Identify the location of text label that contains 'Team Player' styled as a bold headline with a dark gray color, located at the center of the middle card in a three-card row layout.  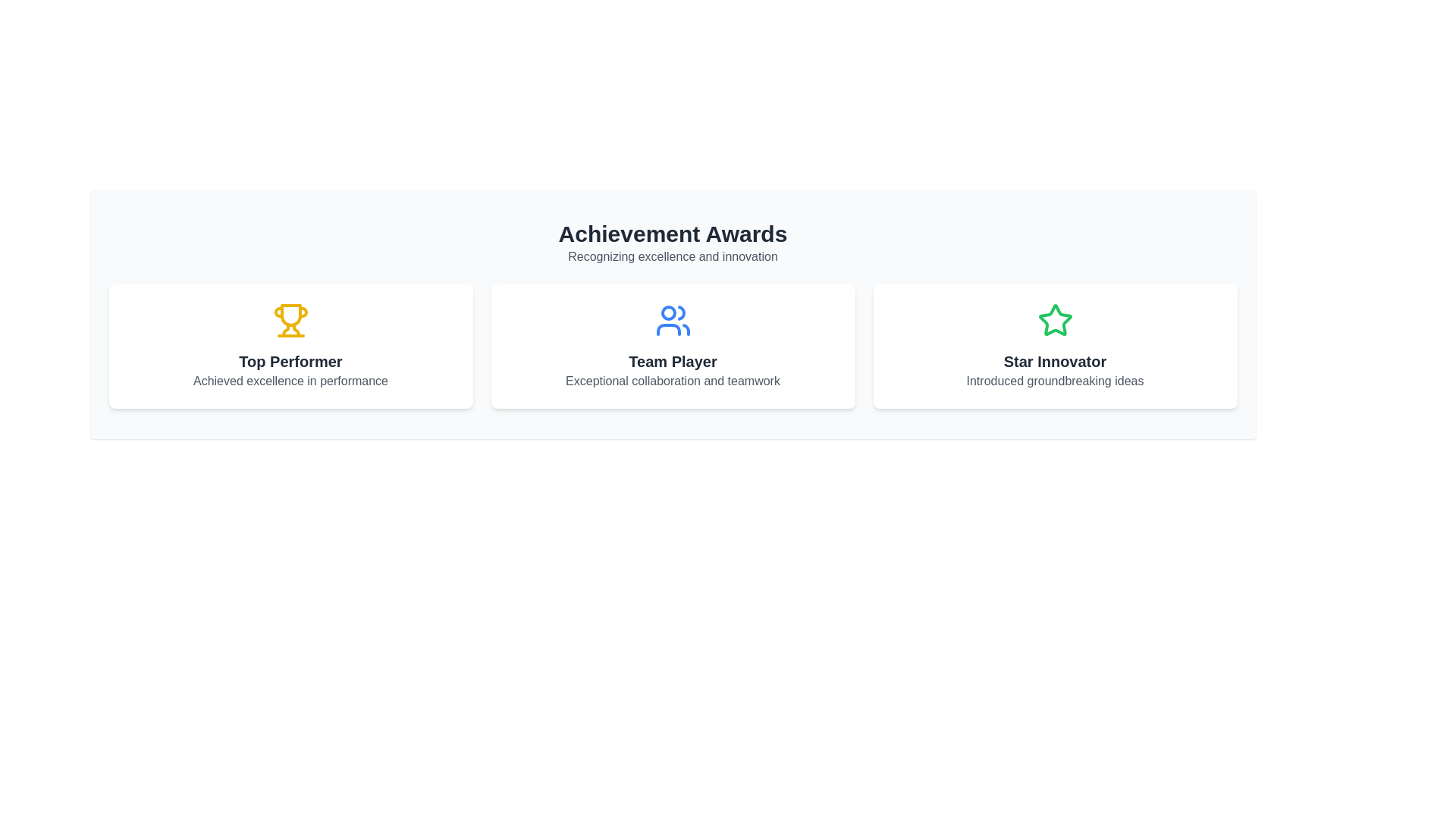
(672, 362).